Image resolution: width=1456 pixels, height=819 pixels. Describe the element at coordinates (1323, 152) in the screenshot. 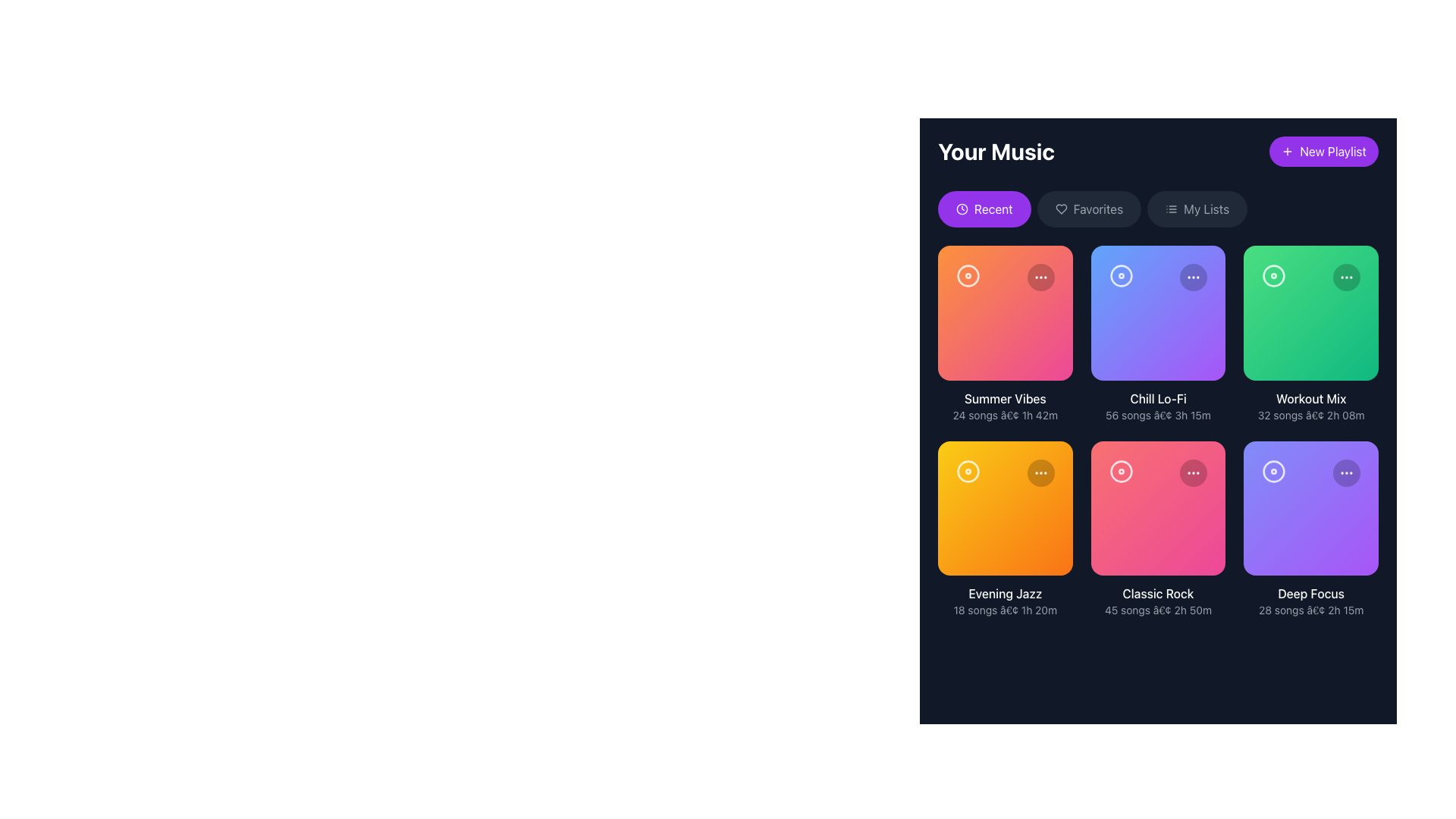

I see `the 'New Playlist' button located in the top-right corner of the interface to observe its hover effect` at that location.